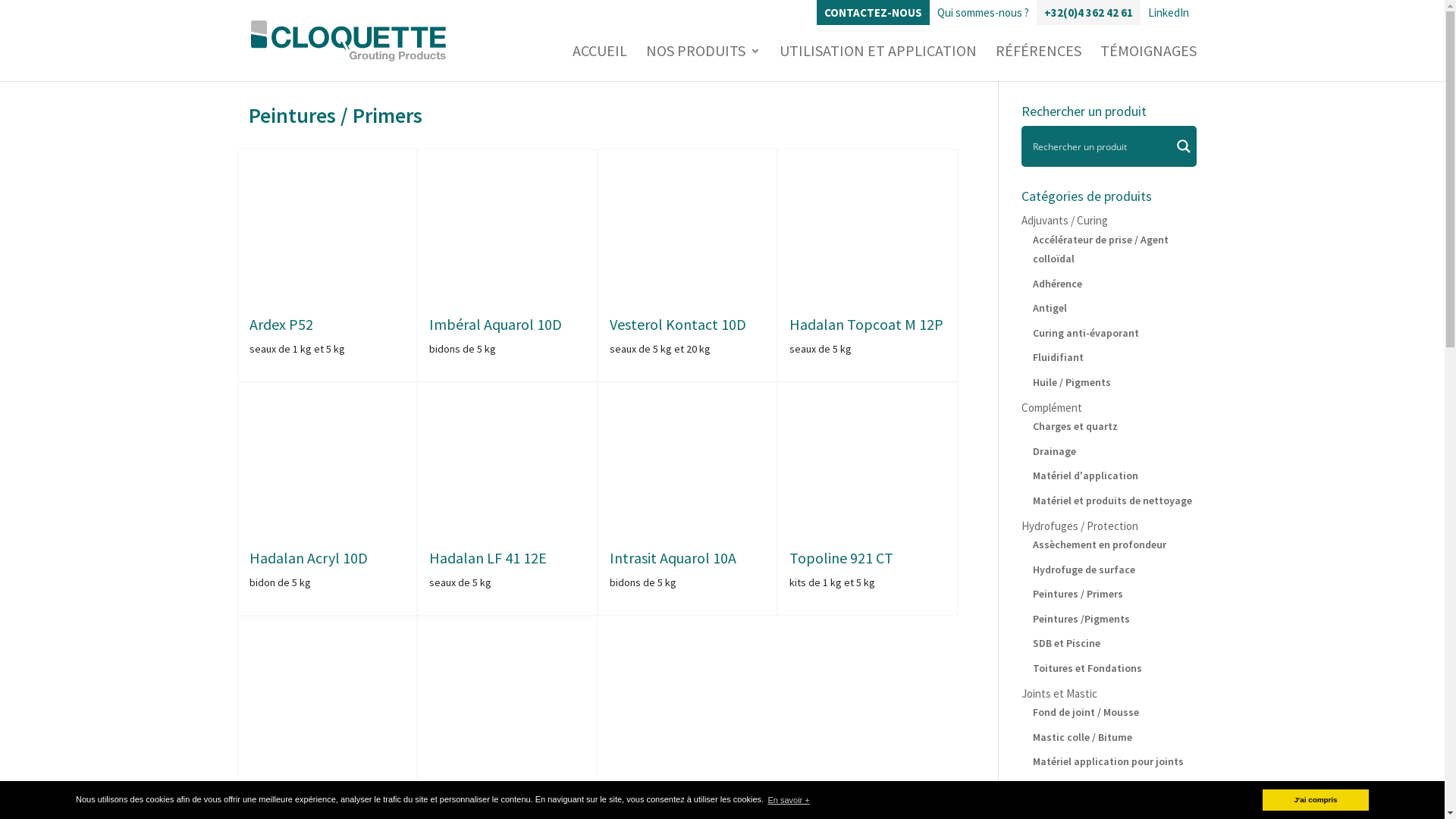 The height and width of the screenshot is (819, 1456). I want to click on 'NOS PRODUITS', so click(702, 62).